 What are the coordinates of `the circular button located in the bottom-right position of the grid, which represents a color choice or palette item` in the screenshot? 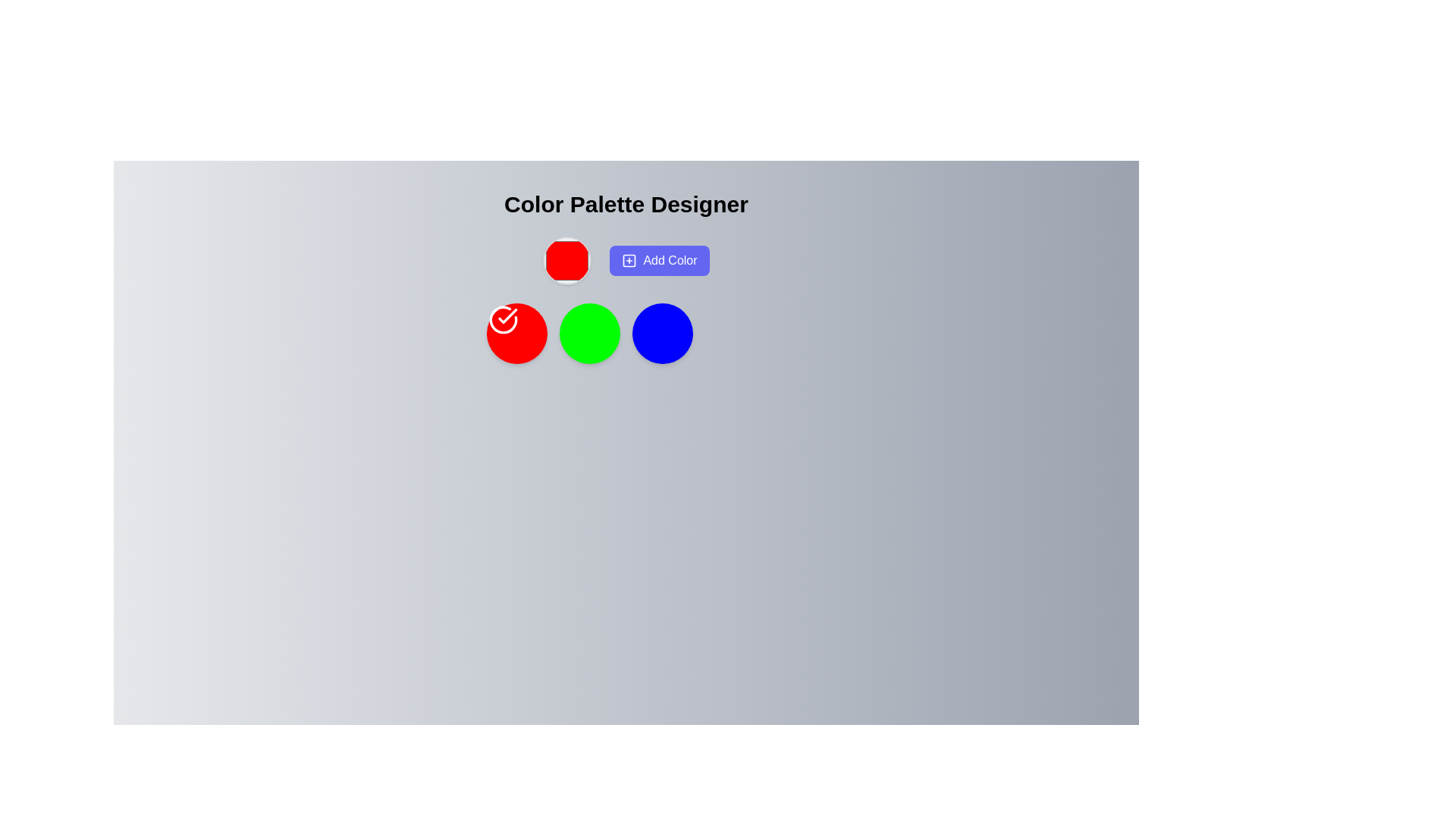 It's located at (662, 332).